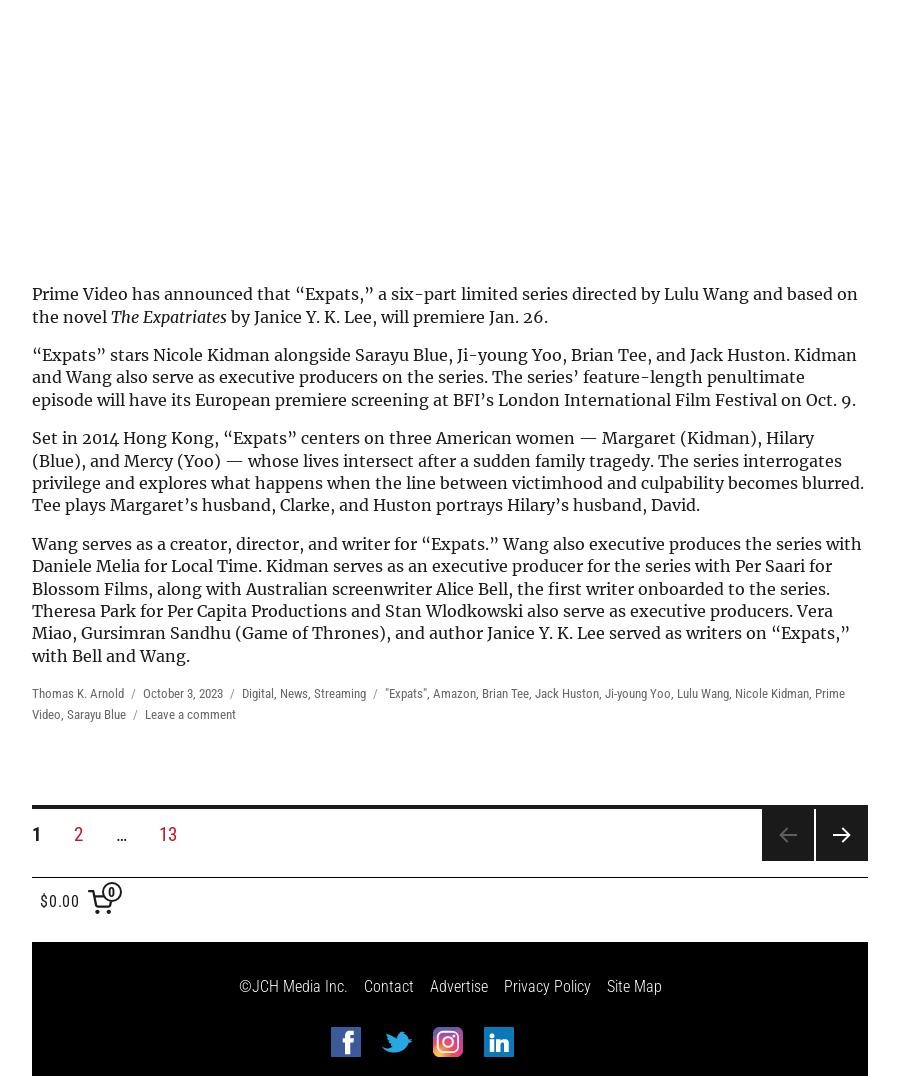  I want to click on 'Amazon', so click(453, 693).